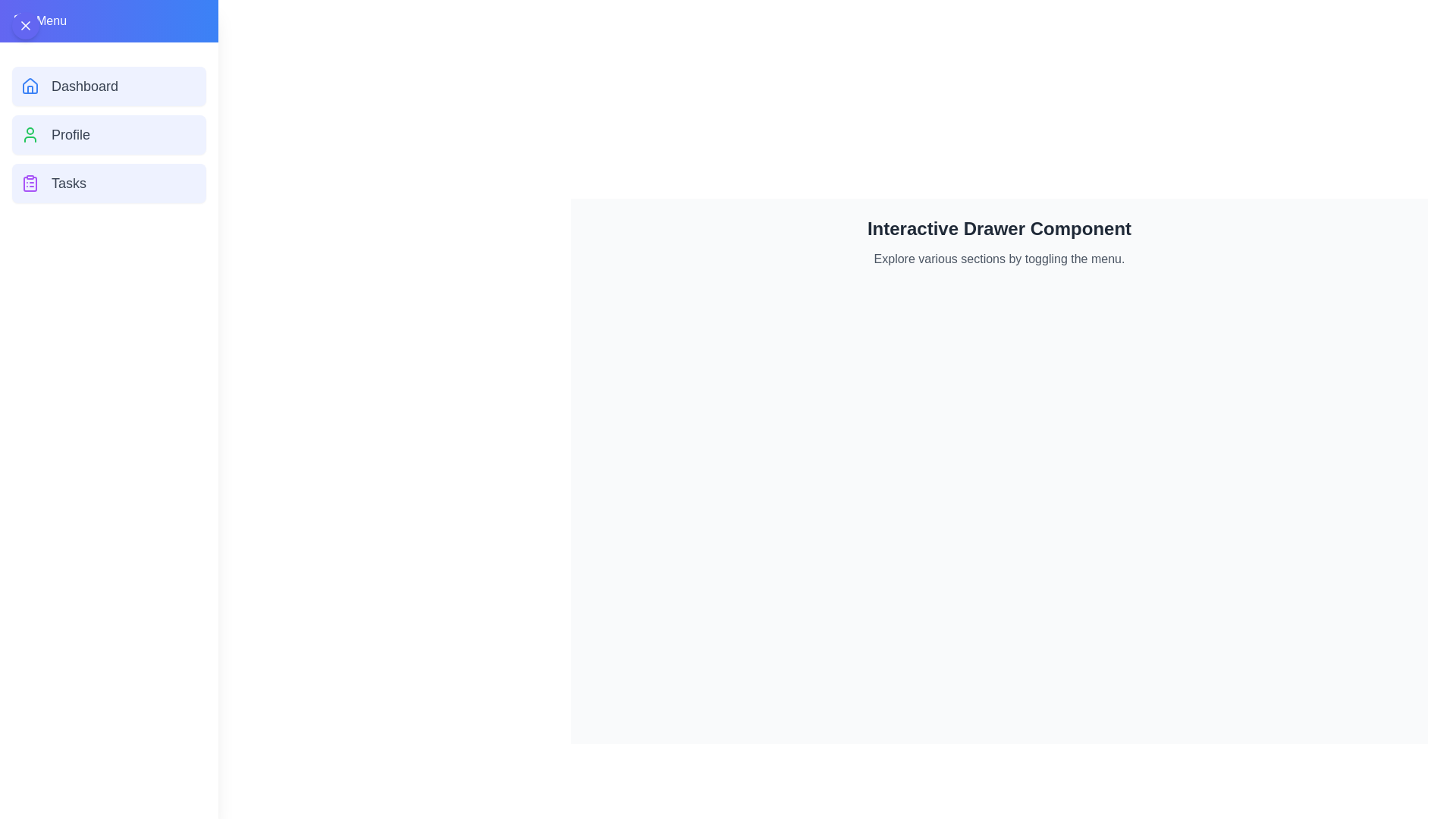  Describe the element at coordinates (108, 133) in the screenshot. I see `the 'Profile' button in the menu to navigate to the Profile section` at that location.